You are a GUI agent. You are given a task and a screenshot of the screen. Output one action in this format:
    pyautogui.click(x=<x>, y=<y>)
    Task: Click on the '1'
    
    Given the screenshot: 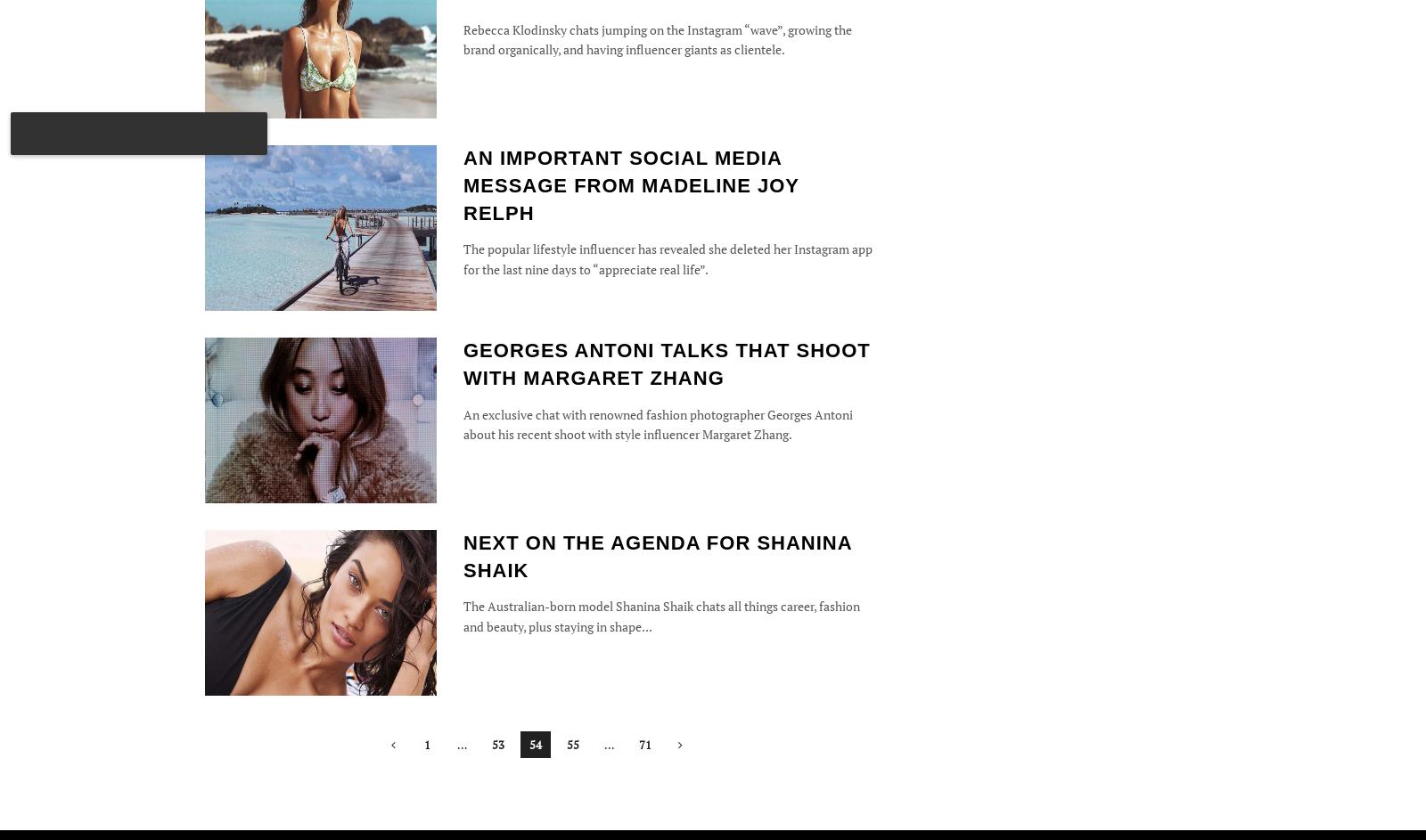 What is the action you would take?
    pyautogui.click(x=426, y=743)
    